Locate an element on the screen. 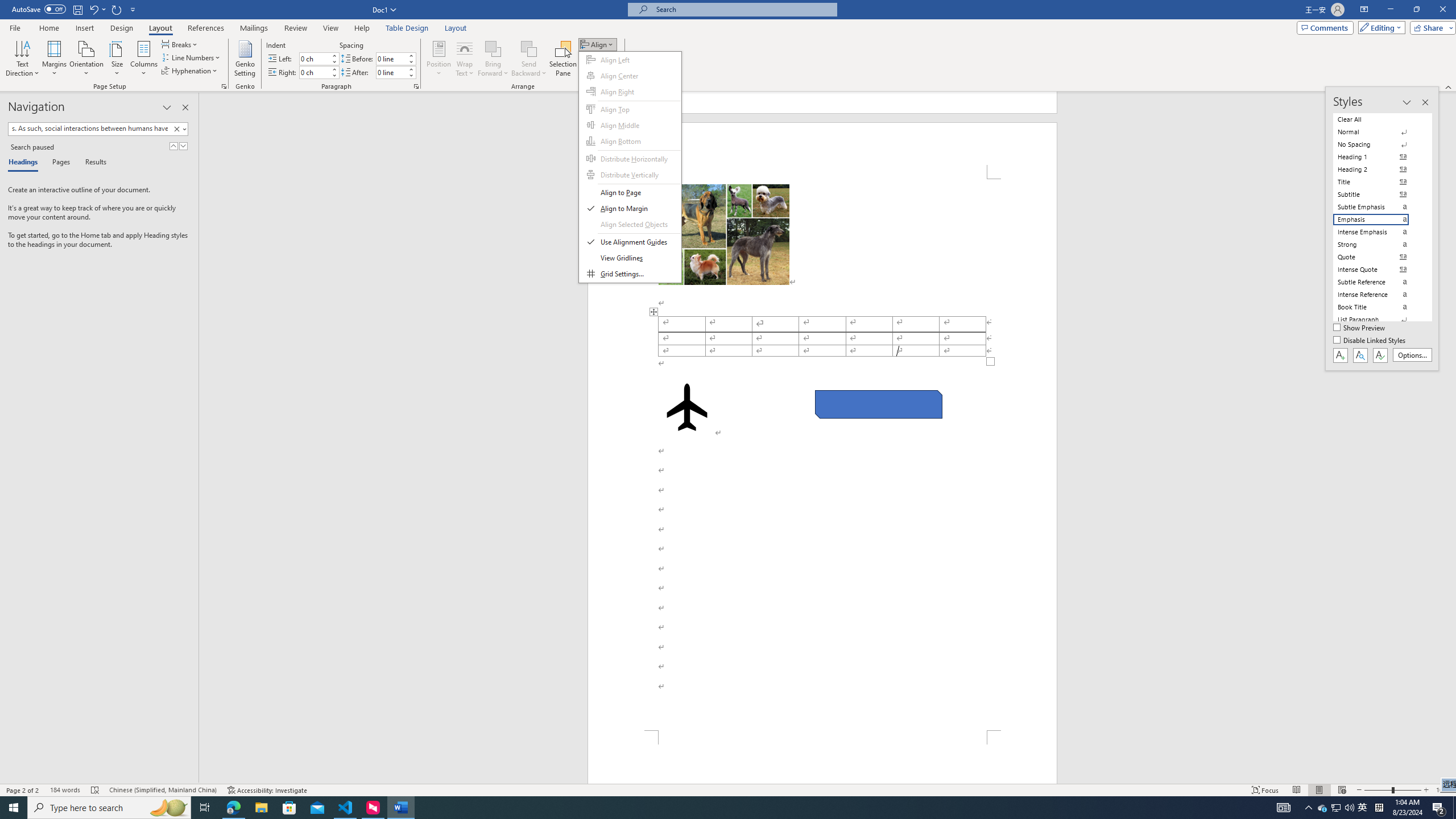 The width and height of the screenshot is (1456, 819). 'Intense Reference' is located at coordinates (1378, 294).